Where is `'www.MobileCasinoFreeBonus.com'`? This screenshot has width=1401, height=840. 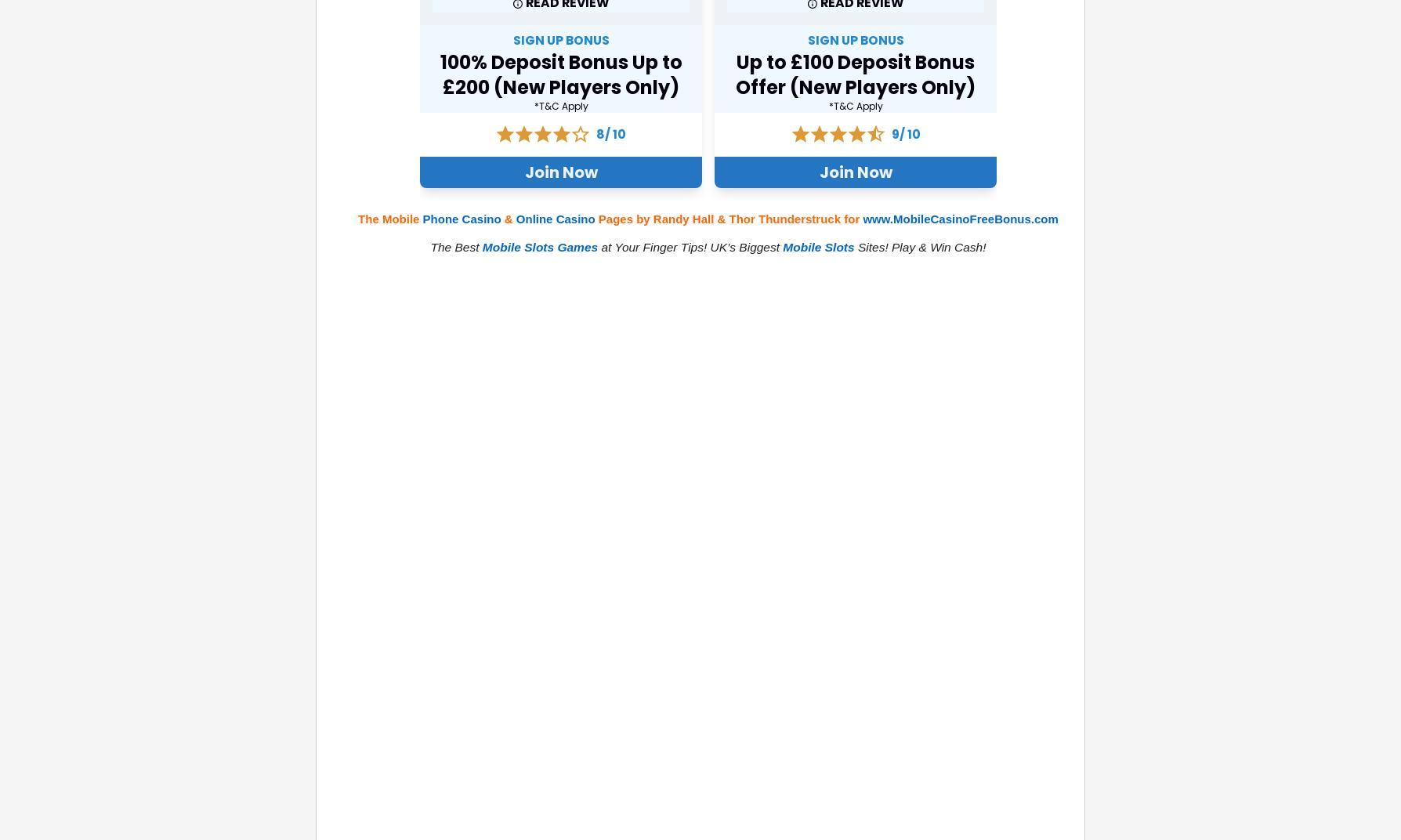 'www.MobileCasinoFreeBonus.com' is located at coordinates (959, 218).